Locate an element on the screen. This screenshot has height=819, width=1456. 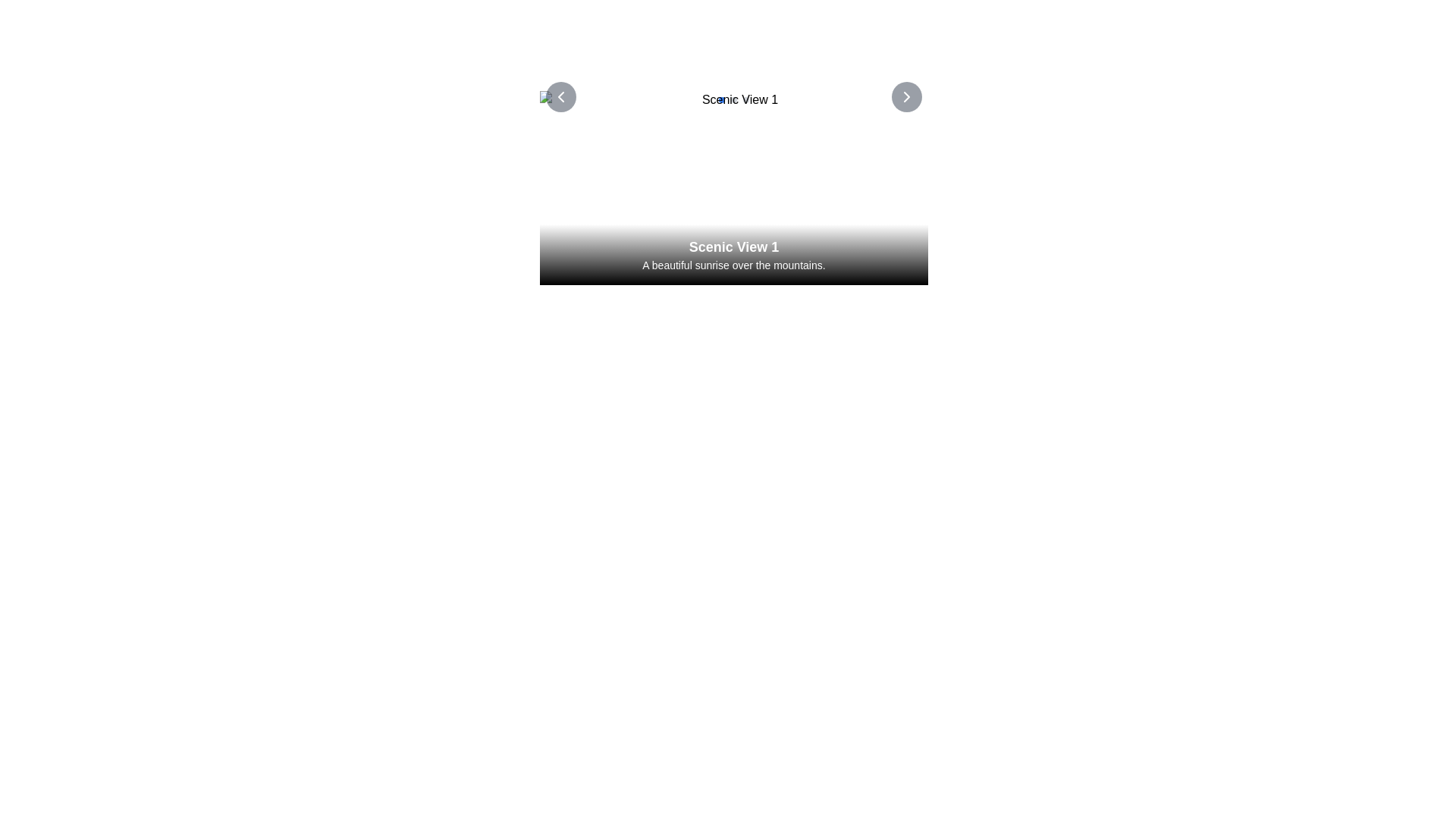
the circular button with a left-facing chevron icon labeled 'Scenic View 1' is located at coordinates (560, 96).